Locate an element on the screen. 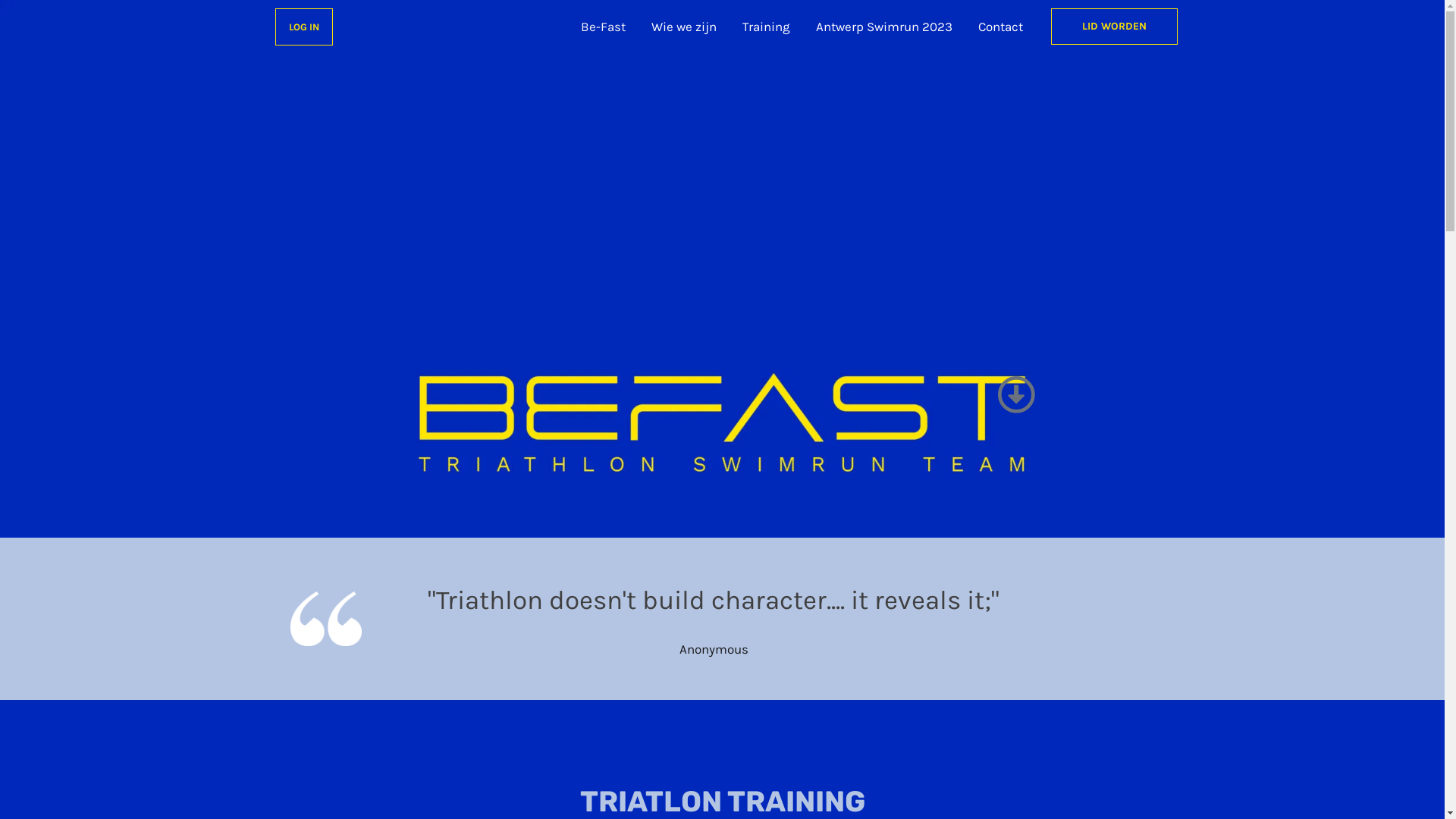  'Wie we zijn' is located at coordinates (683, 26).